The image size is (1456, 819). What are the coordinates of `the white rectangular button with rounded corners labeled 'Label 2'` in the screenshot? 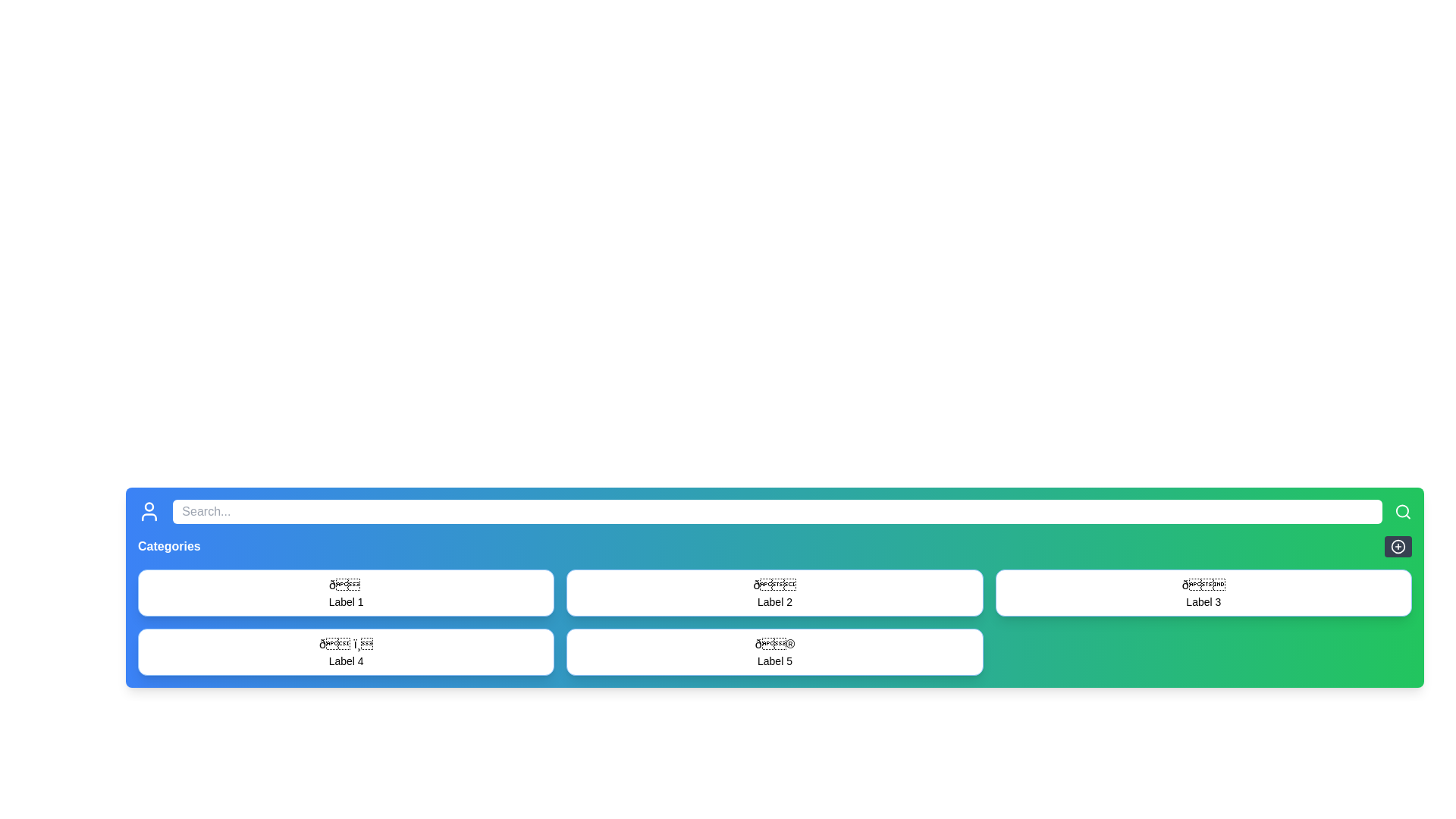 It's located at (775, 592).